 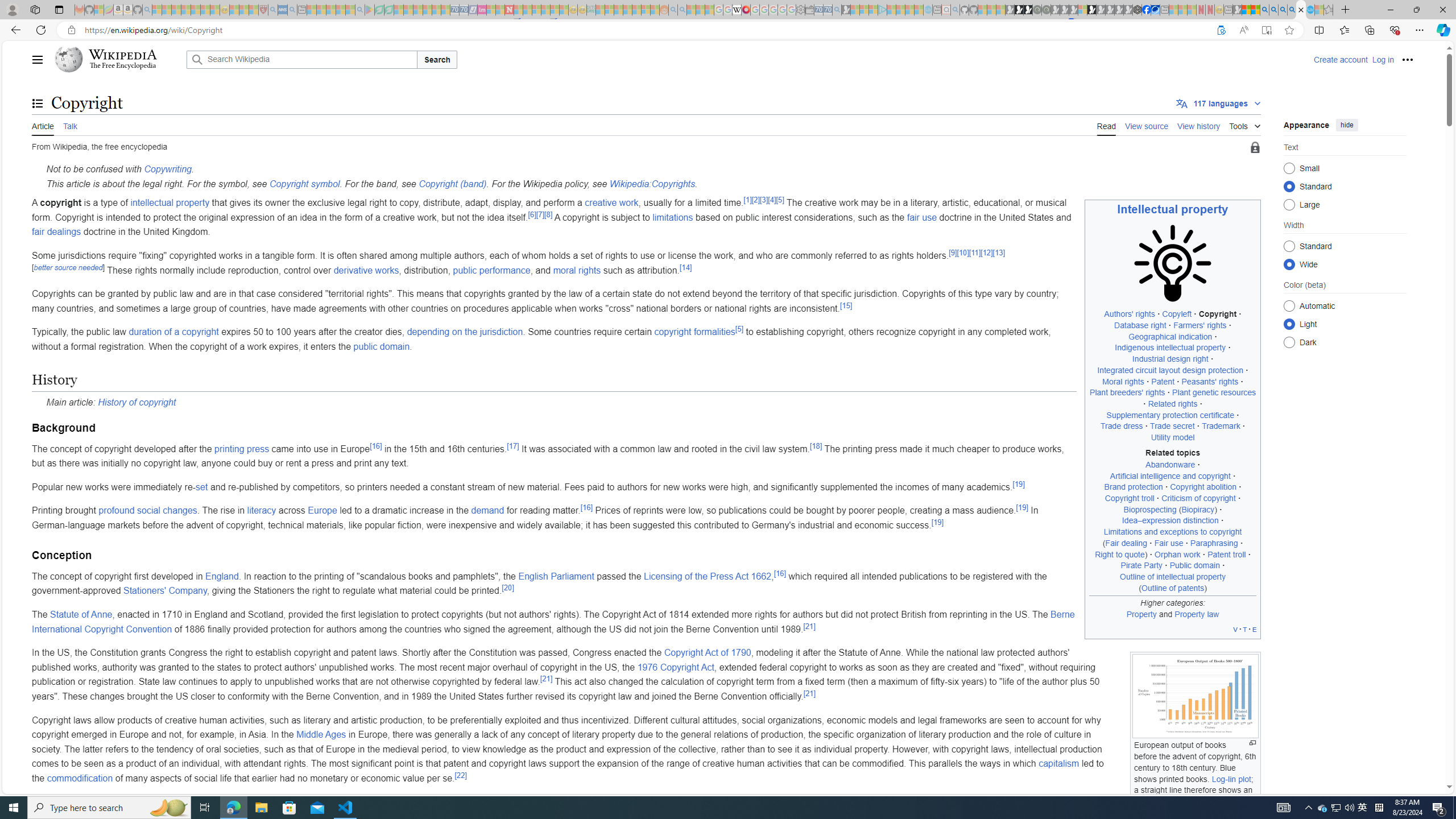 What do you see at coordinates (1170, 414) in the screenshot?
I see `'Supplementary protection certificate'` at bounding box center [1170, 414].